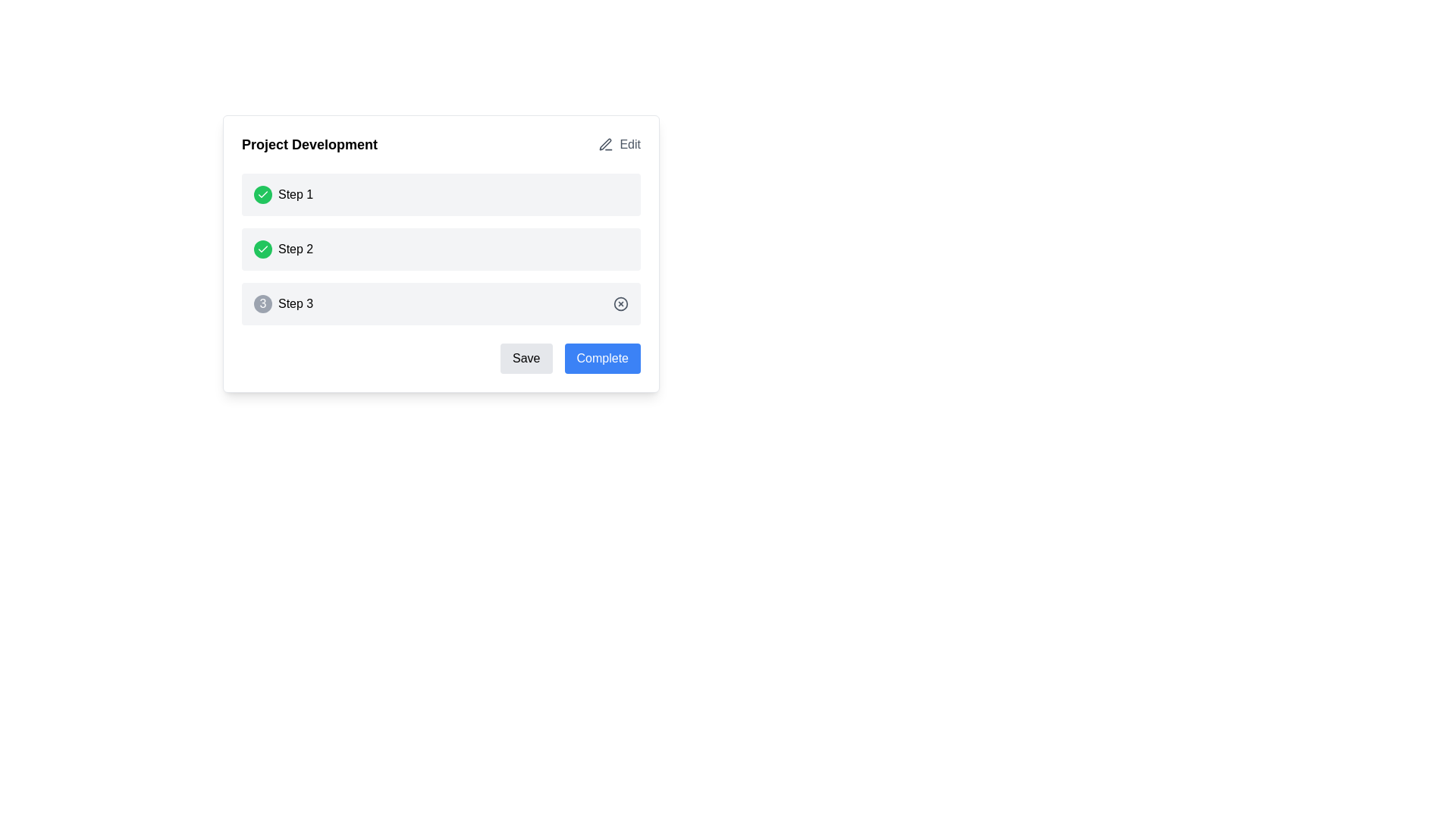  I want to click on the status indicator icon for Step 2, which is visually aligned to the left of the text 'Step 2' and located in the middle of a three-row structure, so click(262, 248).